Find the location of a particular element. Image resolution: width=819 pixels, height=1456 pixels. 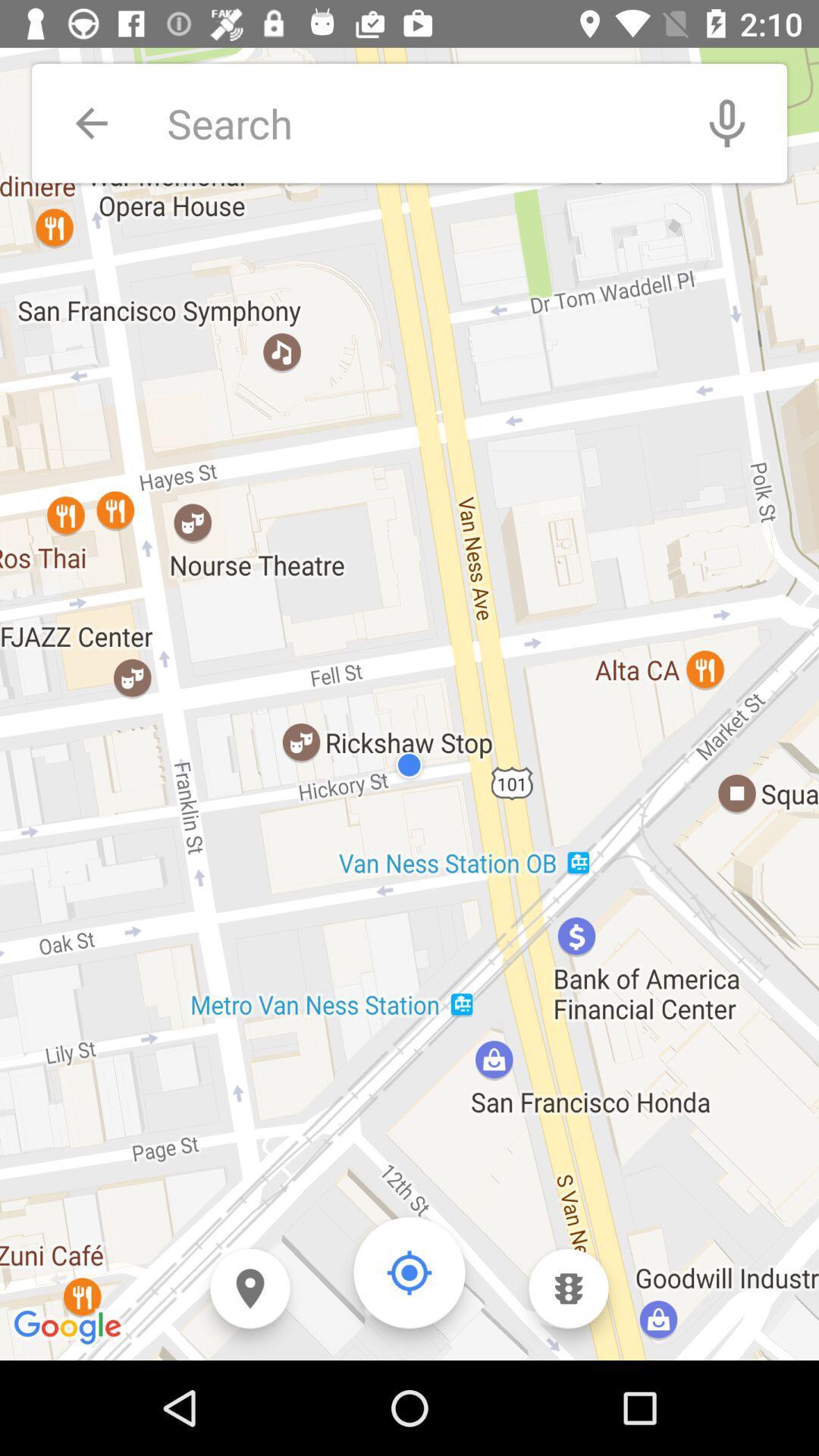

previous page is located at coordinates (91, 123).